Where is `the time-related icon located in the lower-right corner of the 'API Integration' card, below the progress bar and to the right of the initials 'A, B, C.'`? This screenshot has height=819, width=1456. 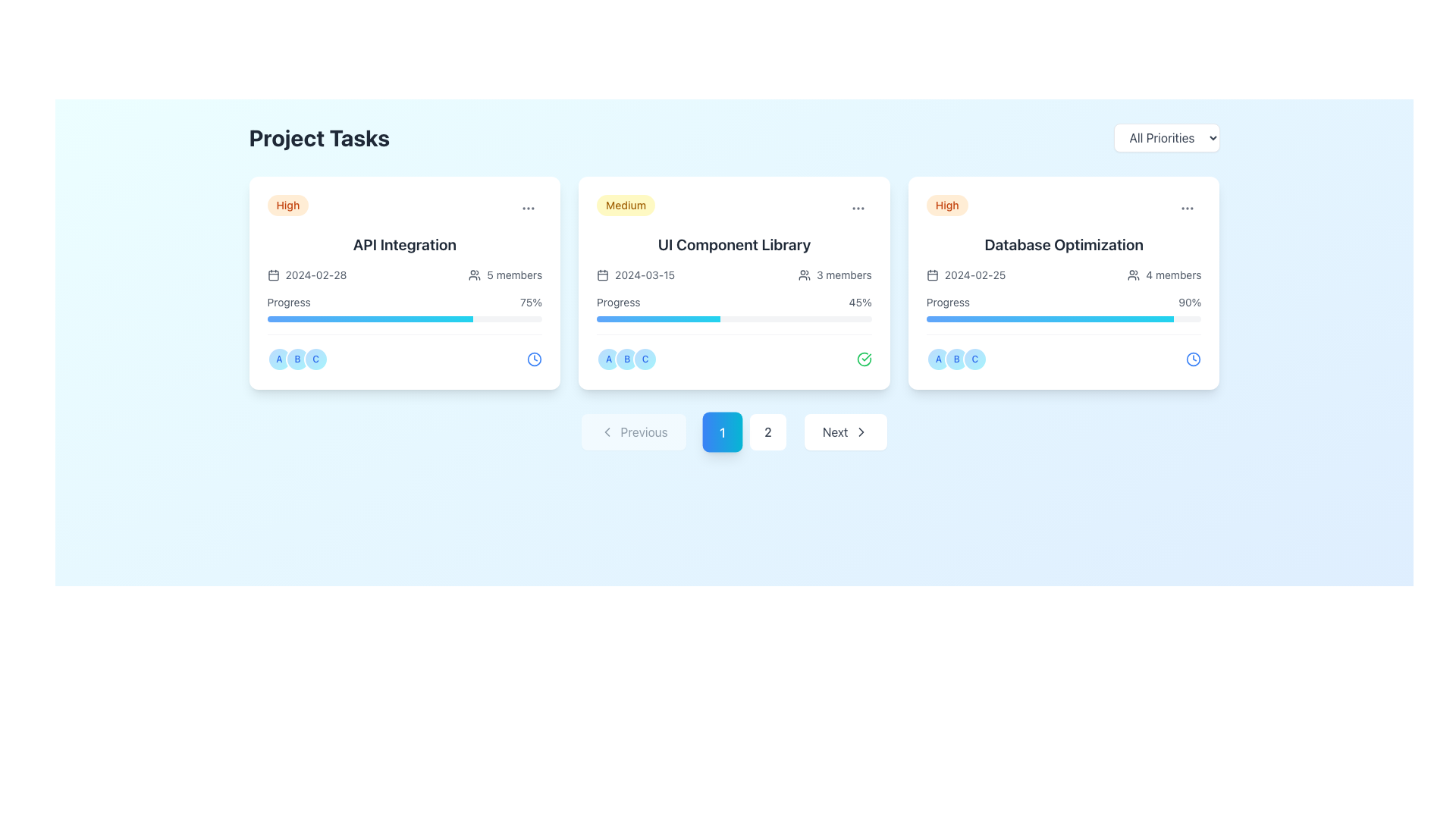
the time-related icon located in the lower-right corner of the 'API Integration' card, below the progress bar and to the right of the initials 'A, B, C.' is located at coordinates (535, 359).